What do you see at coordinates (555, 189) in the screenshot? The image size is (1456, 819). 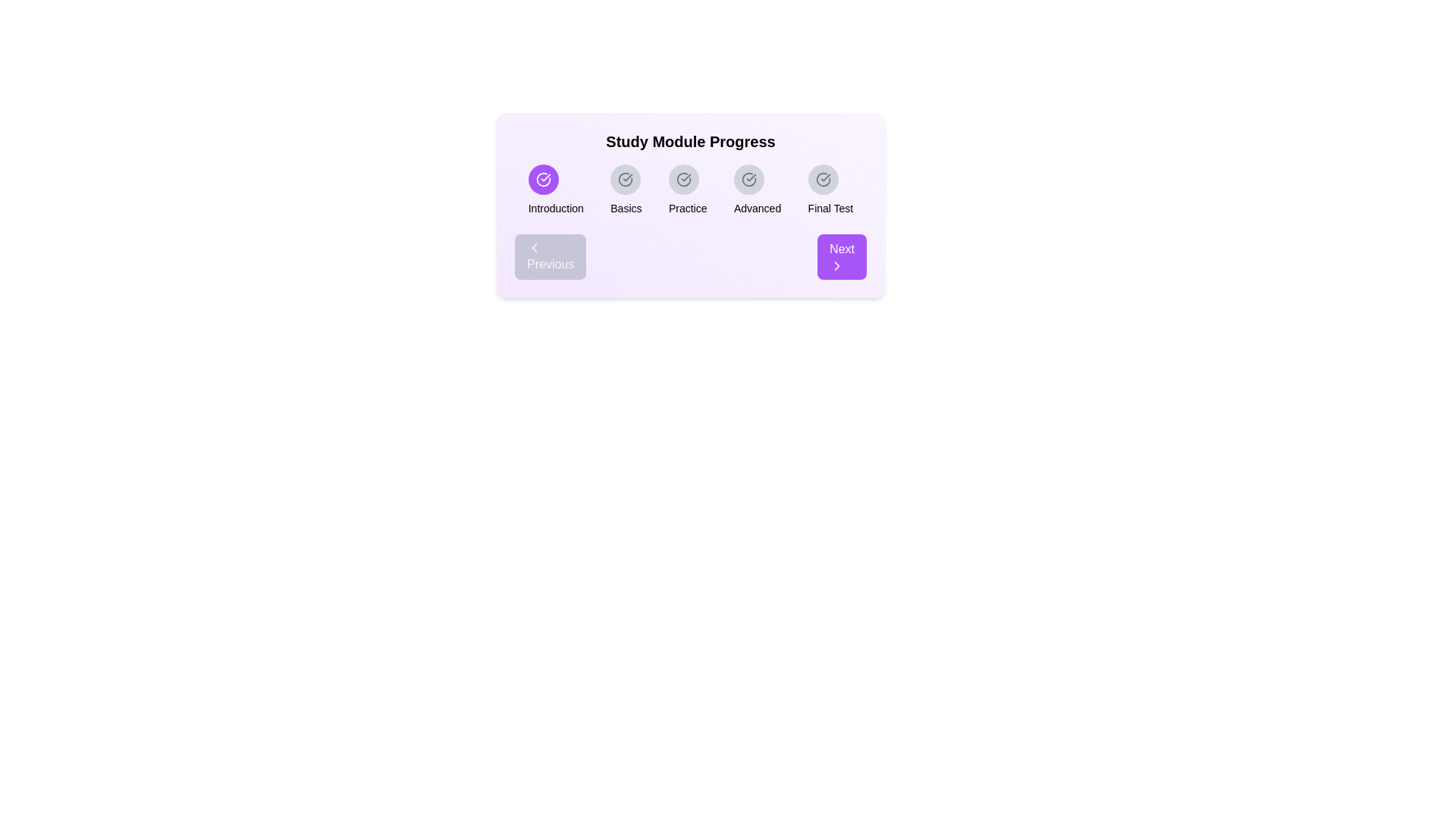 I see `text label of the 'Introduction' module indicator, which is the first element in a horizontal sequence of study progress sections` at bounding box center [555, 189].